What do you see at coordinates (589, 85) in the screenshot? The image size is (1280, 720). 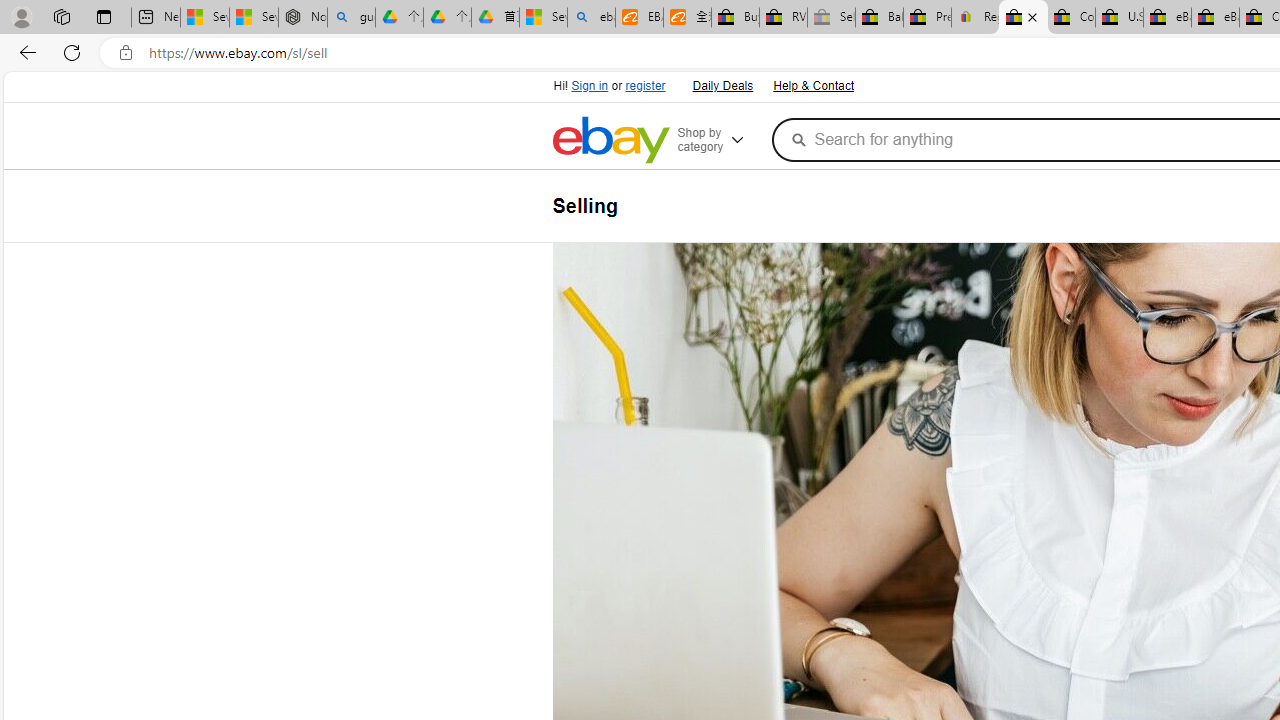 I see `'Sign in'` at bounding box center [589, 85].